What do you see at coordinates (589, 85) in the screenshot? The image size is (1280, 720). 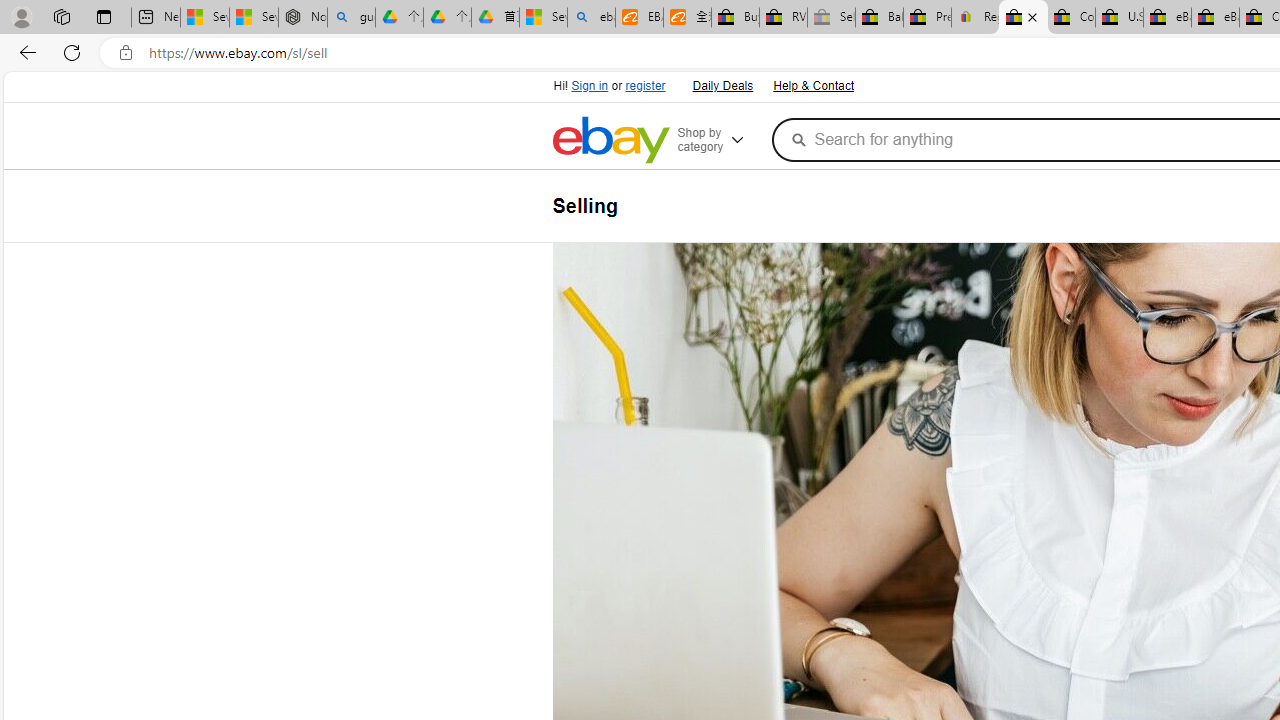 I see `'Sign in'` at bounding box center [589, 85].